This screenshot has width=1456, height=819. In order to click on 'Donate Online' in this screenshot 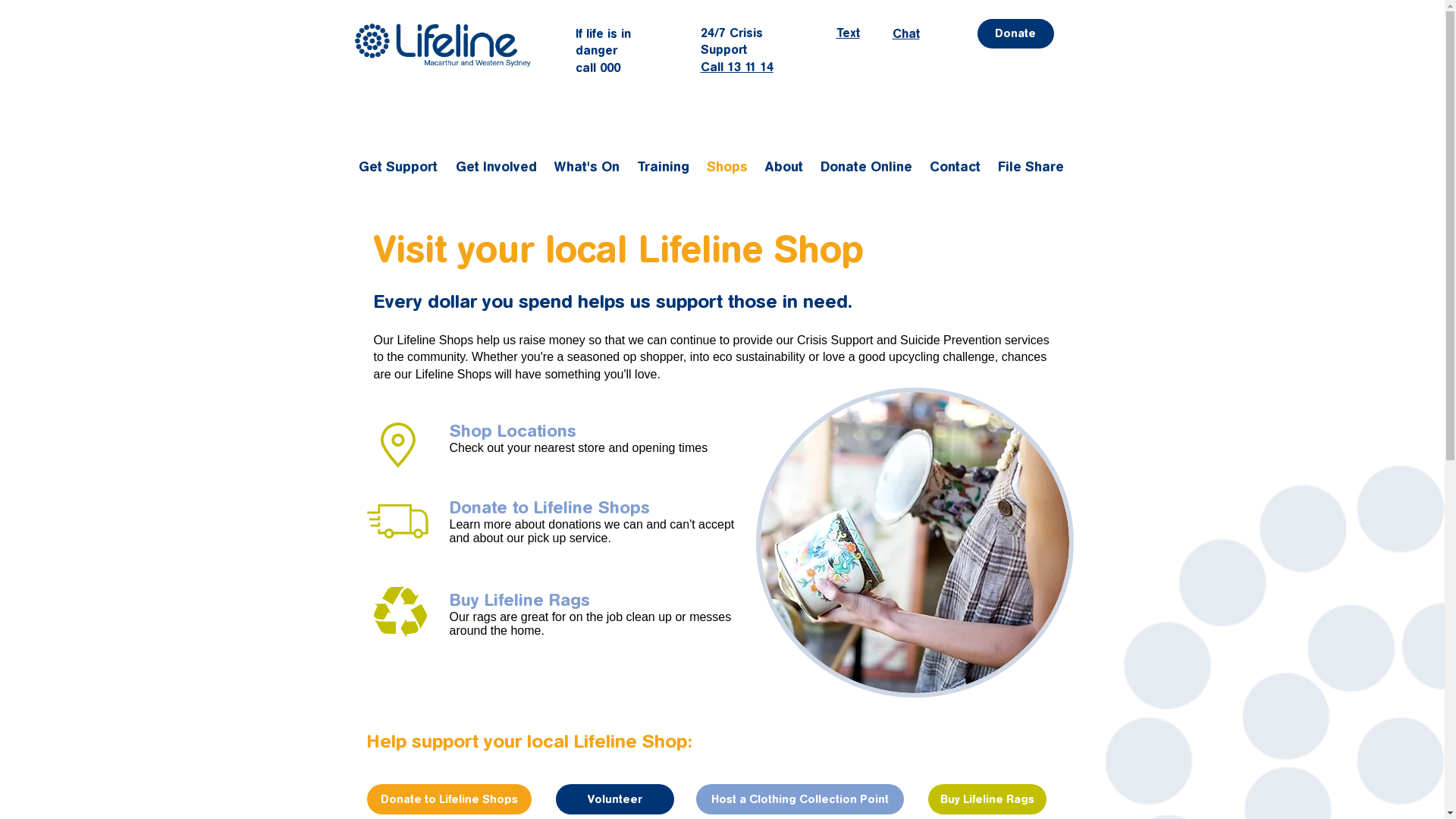, I will do `click(867, 166)`.